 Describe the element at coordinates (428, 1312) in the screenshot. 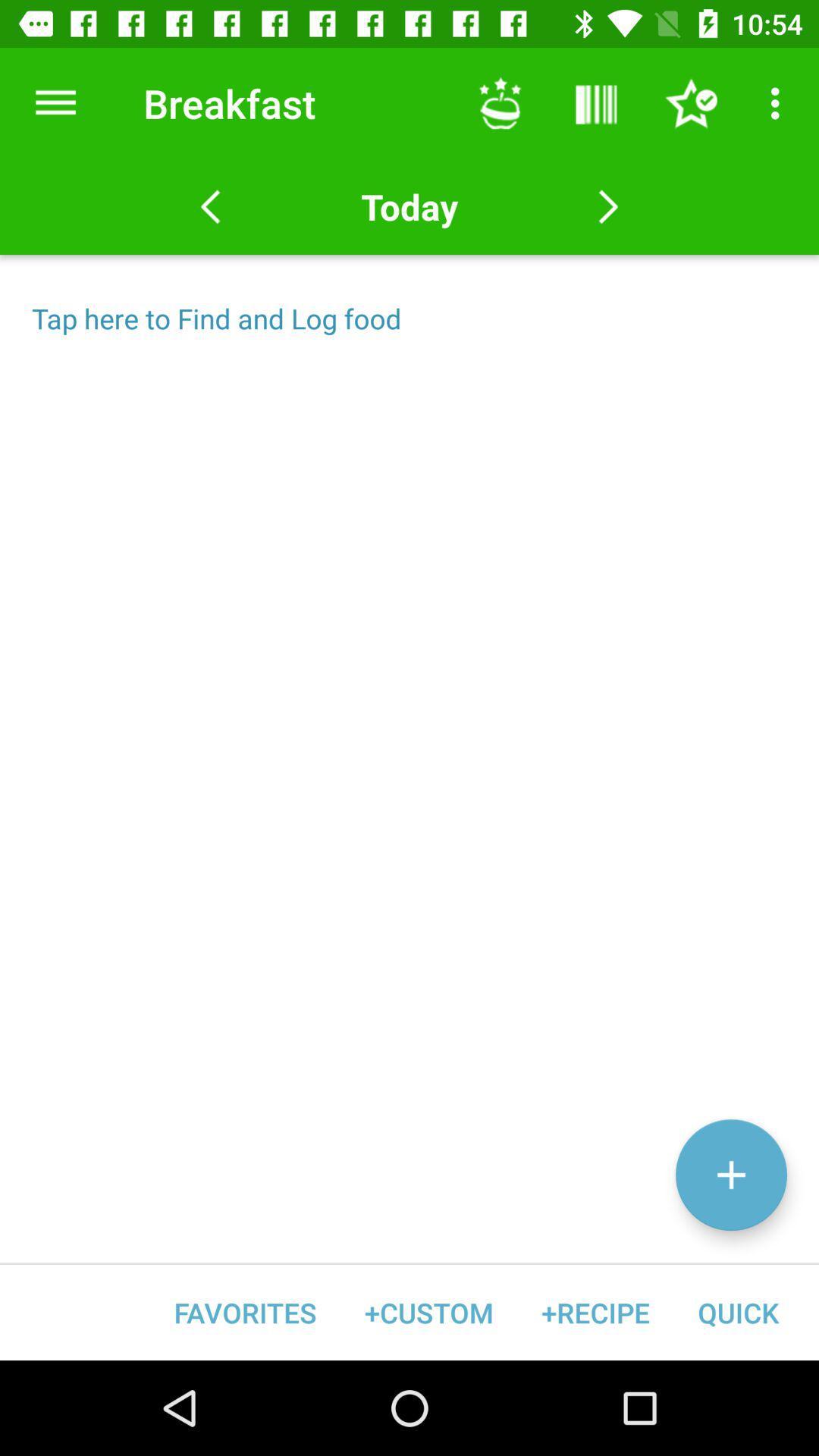

I see `the icon next to the favorites item` at that location.